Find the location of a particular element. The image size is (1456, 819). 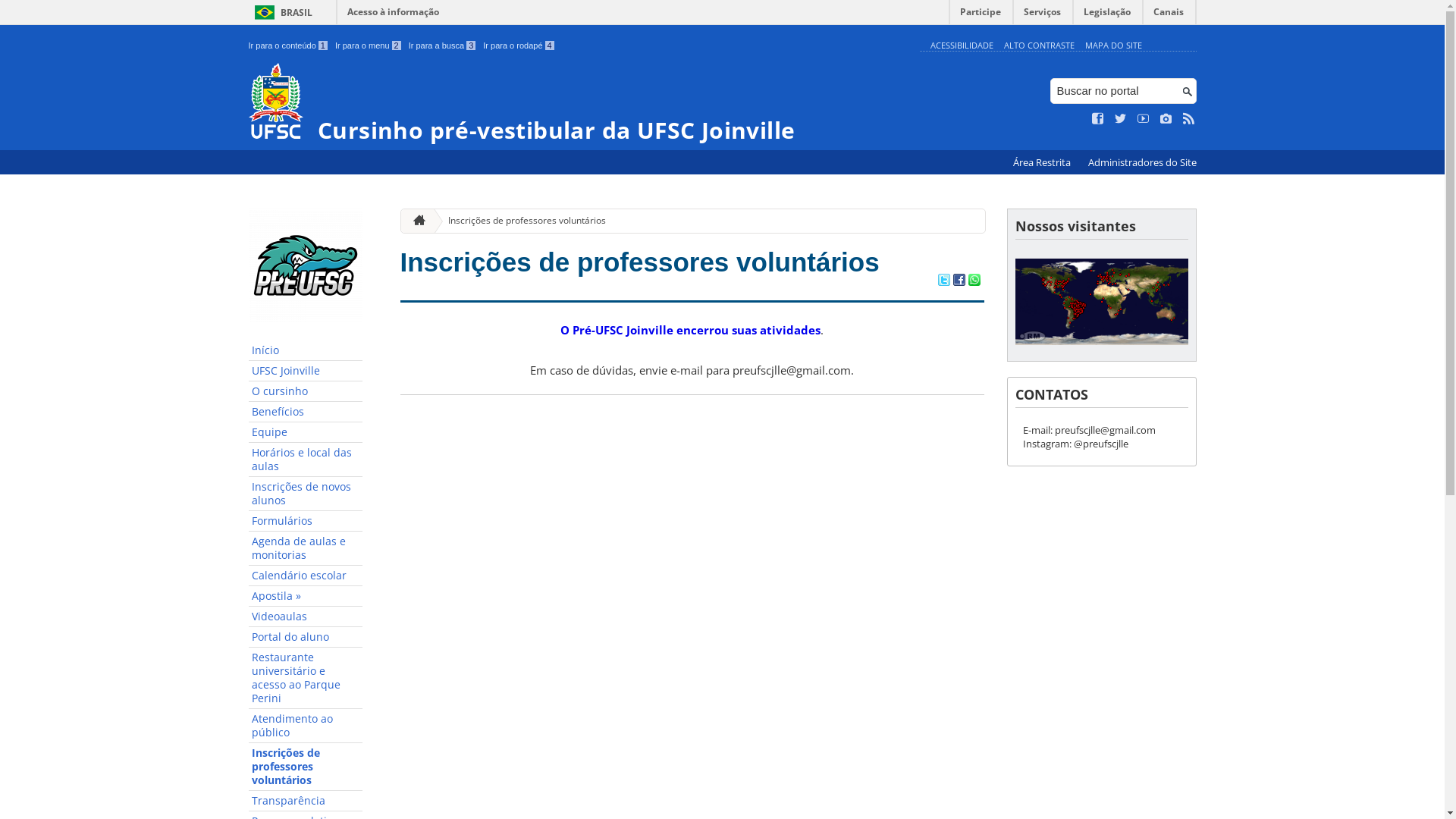

'Canais' is located at coordinates (1168, 15).